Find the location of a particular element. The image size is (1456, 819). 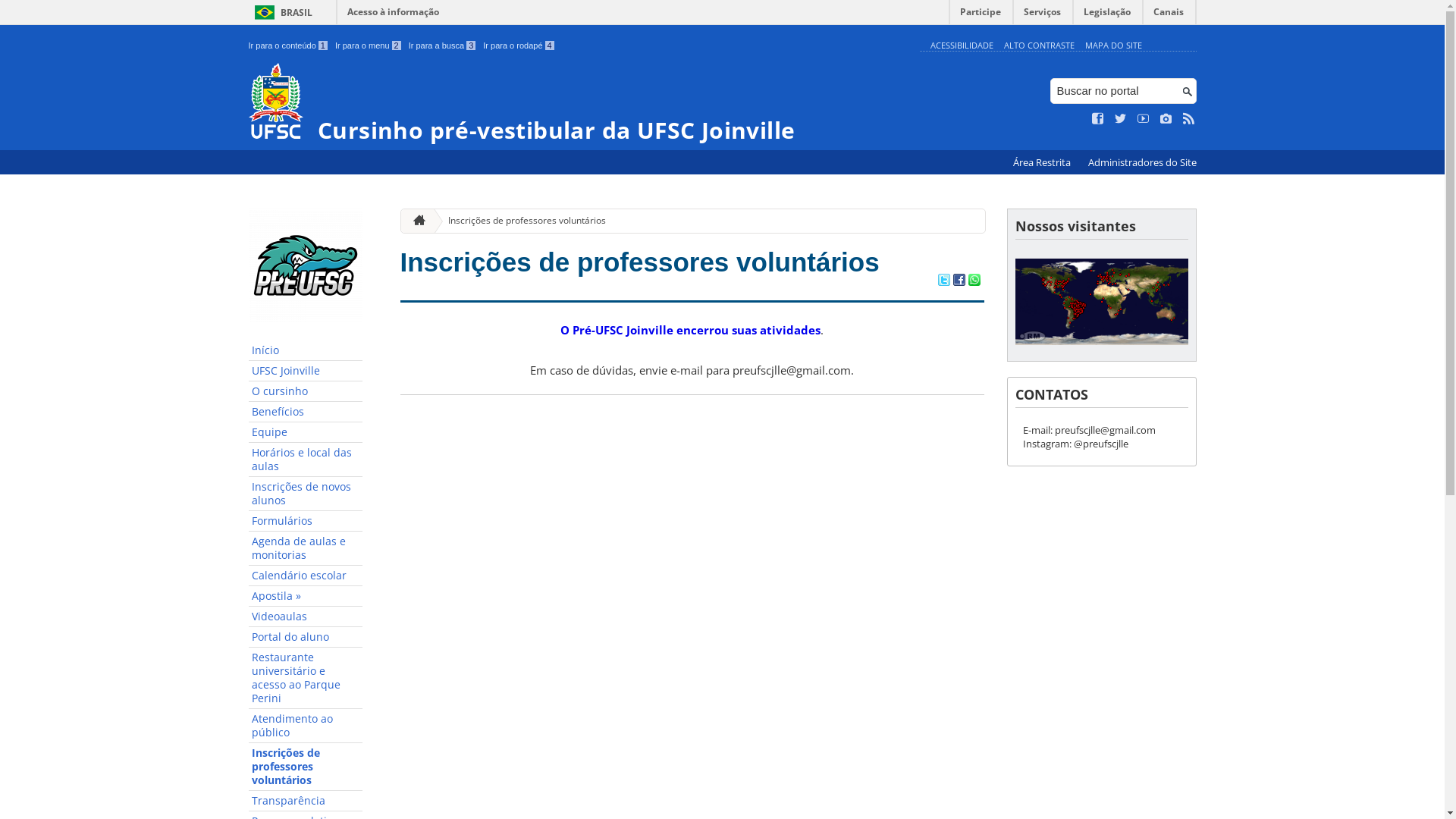

'Canais' is located at coordinates (1168, 15).